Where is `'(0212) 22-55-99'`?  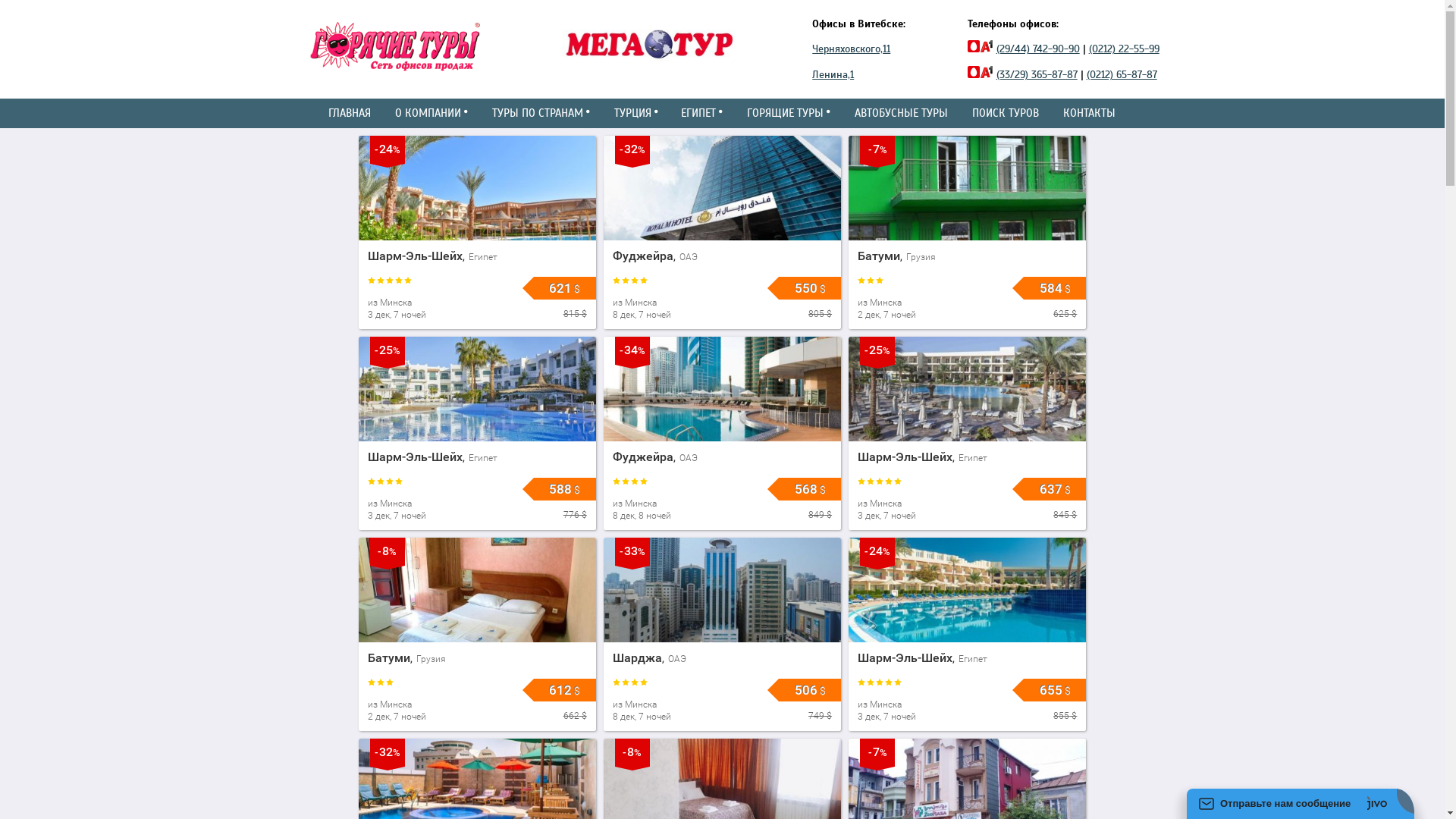 '(0212) 22-55-99' is located at coordinates (1124, 48).